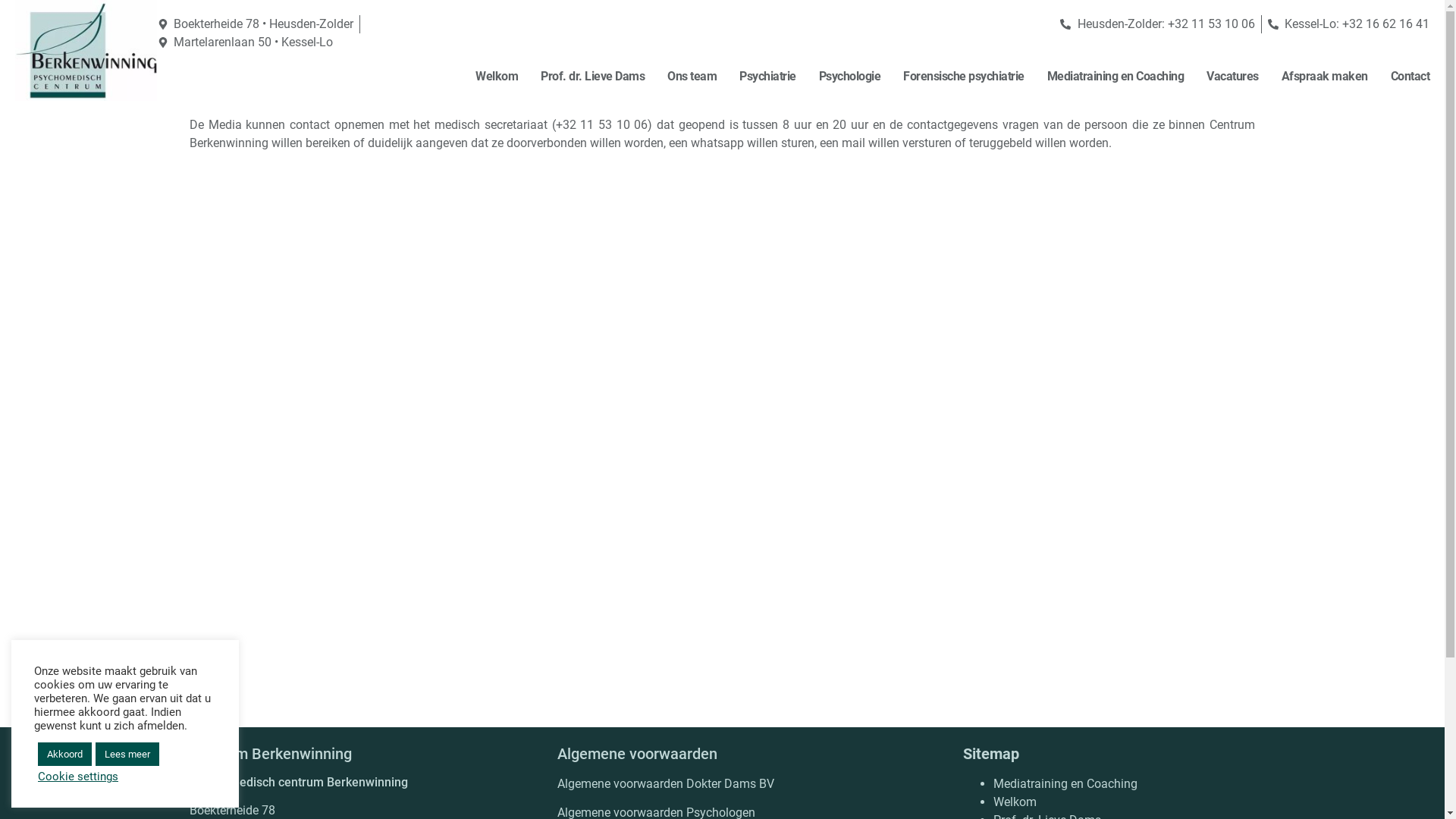 The height and width of the screenshot is (819, 1456). Describe the element at coordinates (691, 76) in the screenshot. I see `'Ons team'` at that location.